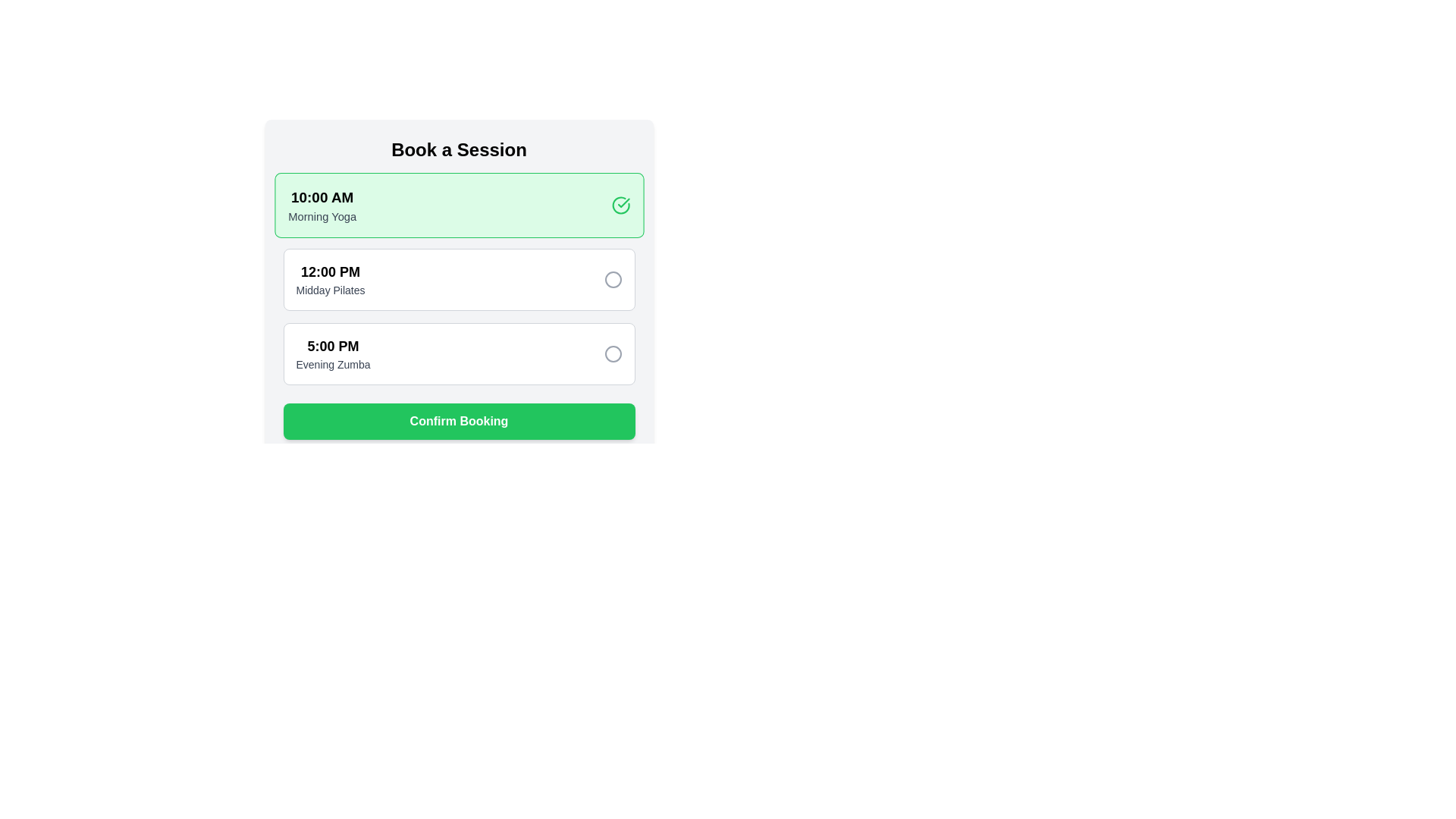 The width and height of the screenshot is (1456, 819). I want to click on the center of the circular indicator next to the '5:00 PM Evening Zumba' session, so click(613, 353).